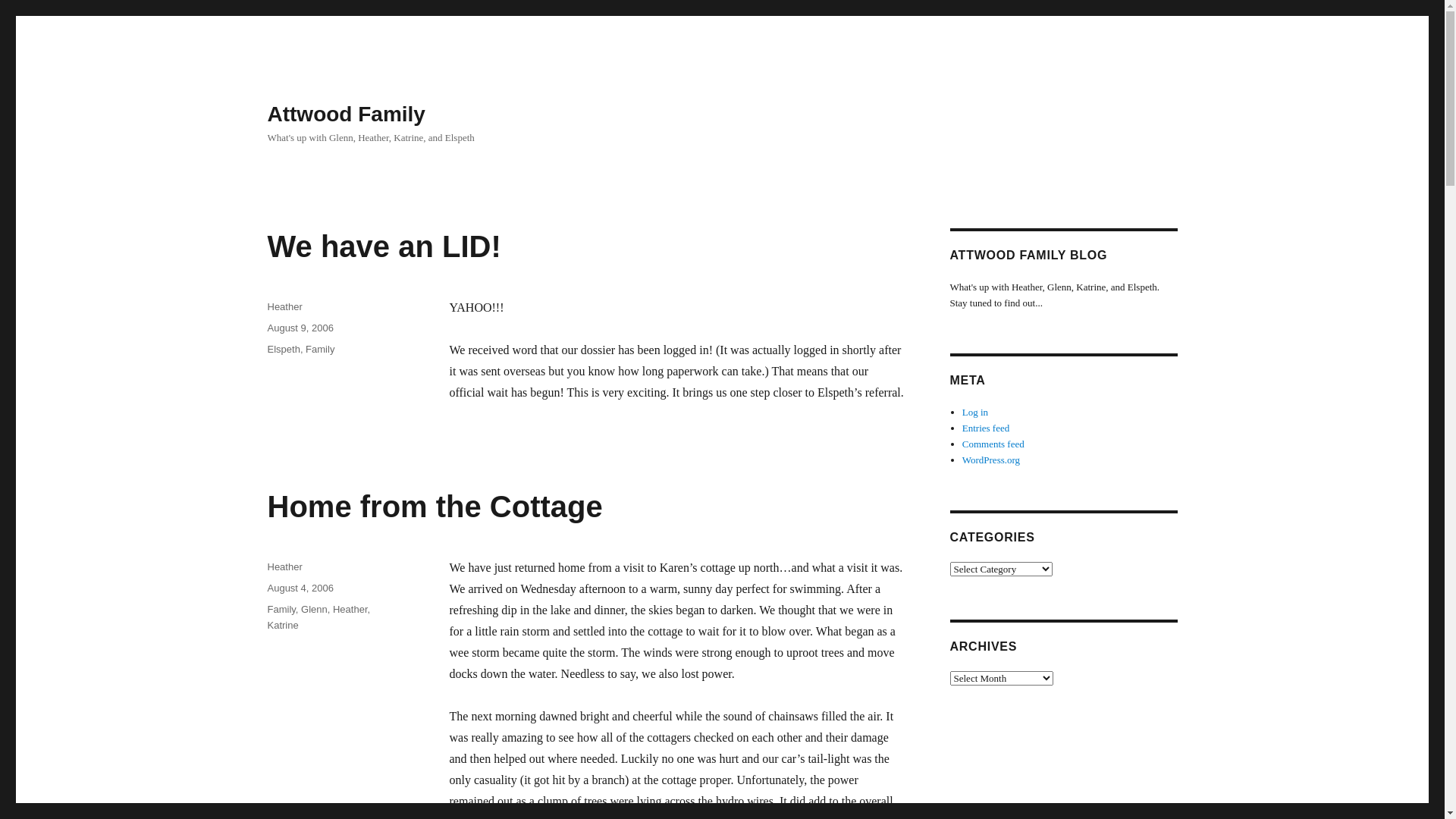 The height and width of the screenshot is (819, 1456). I want to click on 'Comments feed', so click(993, 444).